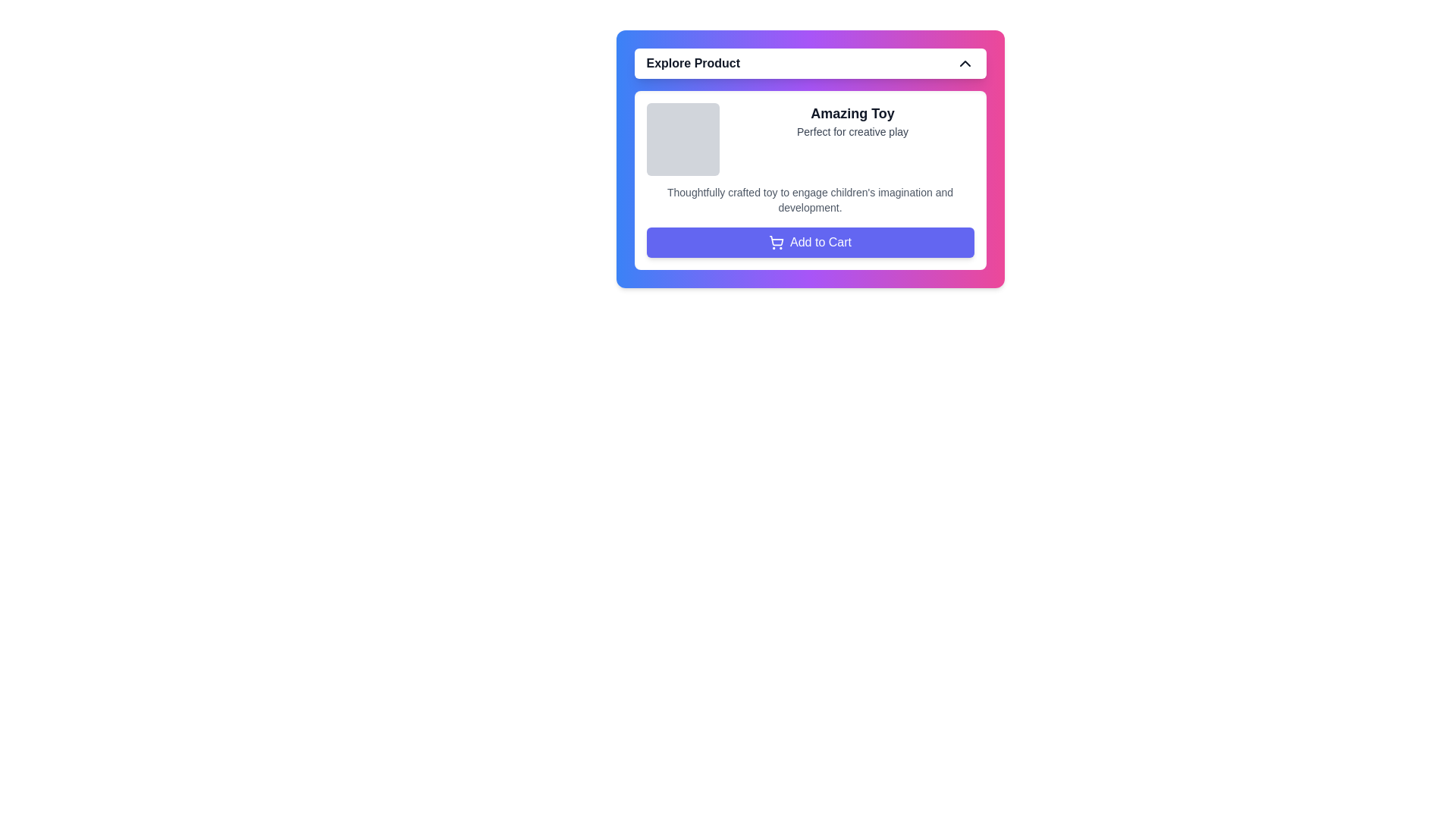 The height and width of the screenshot is (819, 1456). Describe the element at coordinates (776, 242) in the screenshot. I see `attributes of the 'Add to Cart' icon located inside the button at the bottom center of the product card` at that location.